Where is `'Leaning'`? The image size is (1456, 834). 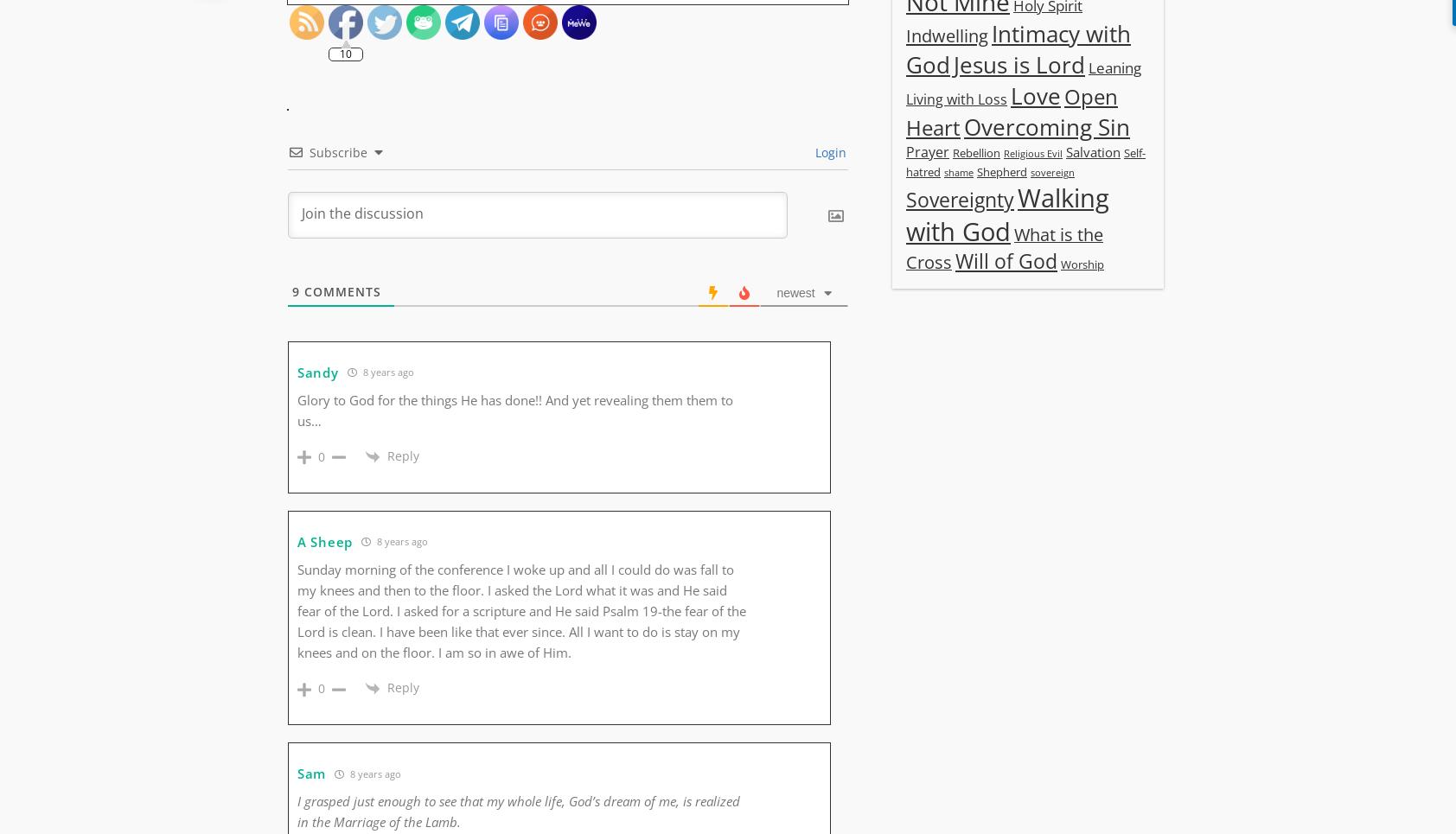
'Leaning' is located at coordinates (1114, 66).